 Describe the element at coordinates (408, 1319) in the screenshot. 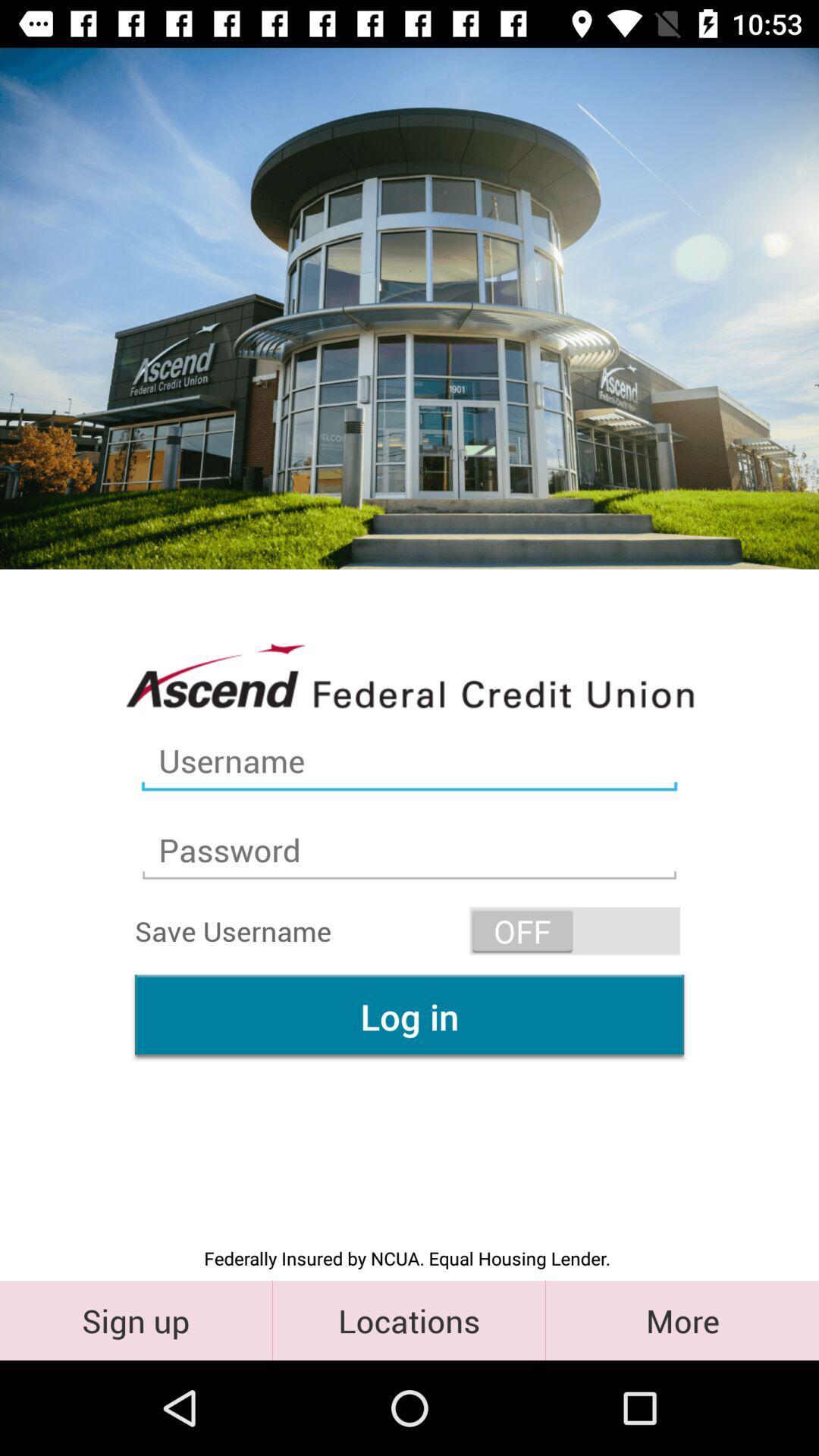

I see `locations item` at that location.